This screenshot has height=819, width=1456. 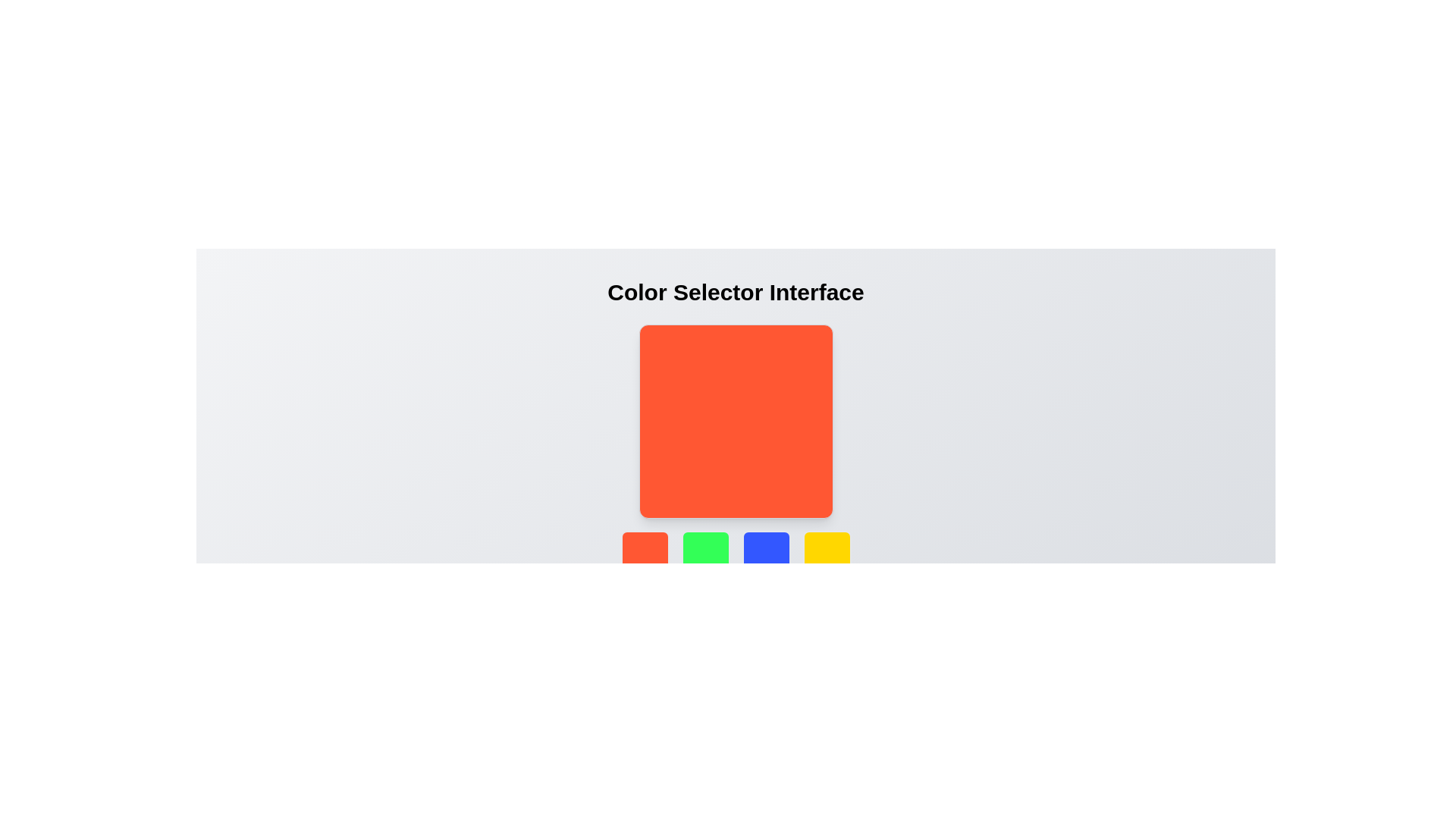 I want to click on the red square-shaped button with rounded corners located at the bottom of the layout, which is the first button in a row of four horizontal buttons, so click(x=645, y=555).